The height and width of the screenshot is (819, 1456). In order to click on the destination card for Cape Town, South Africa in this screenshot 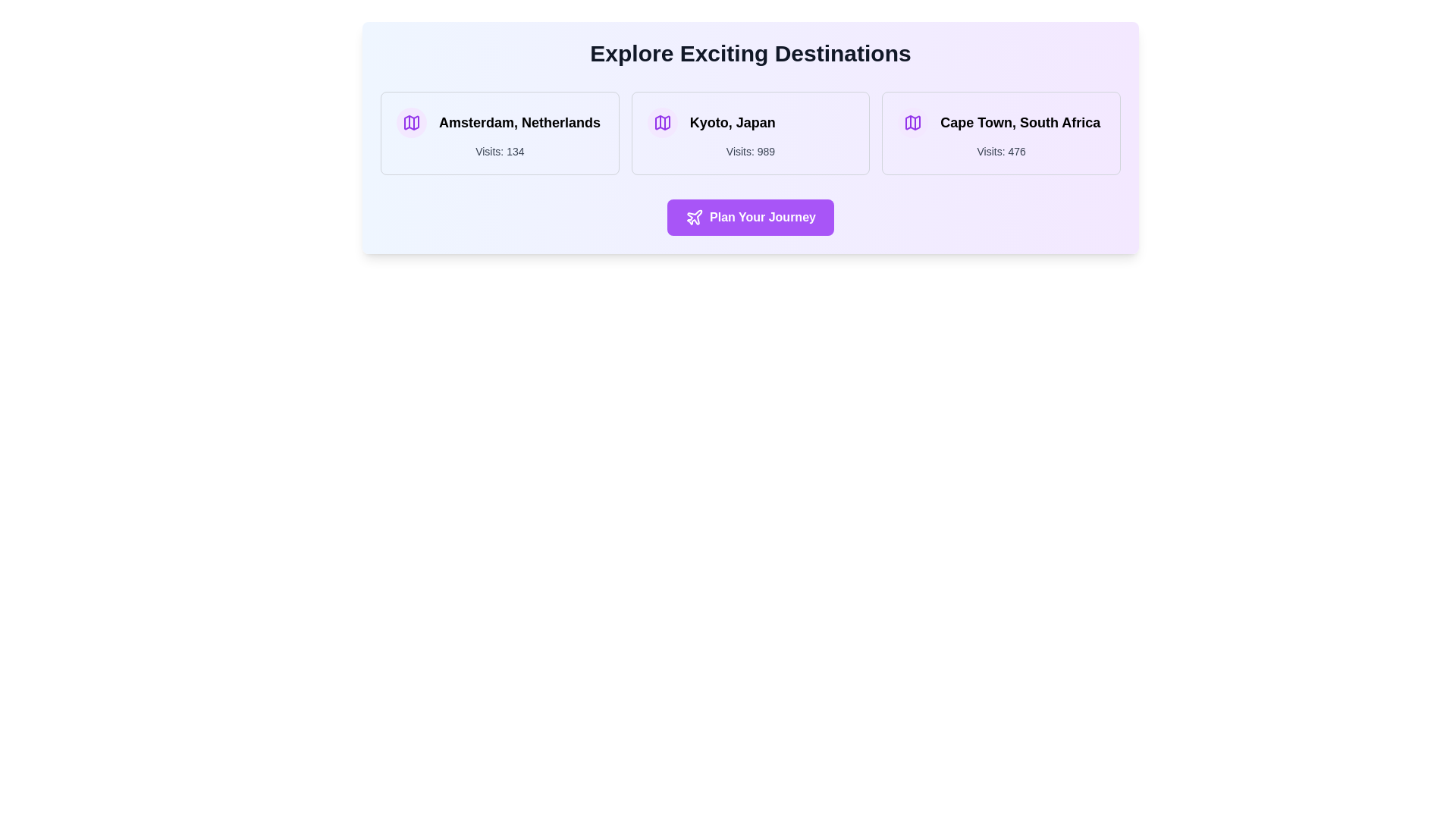, I will do `click(1001, 133)`.